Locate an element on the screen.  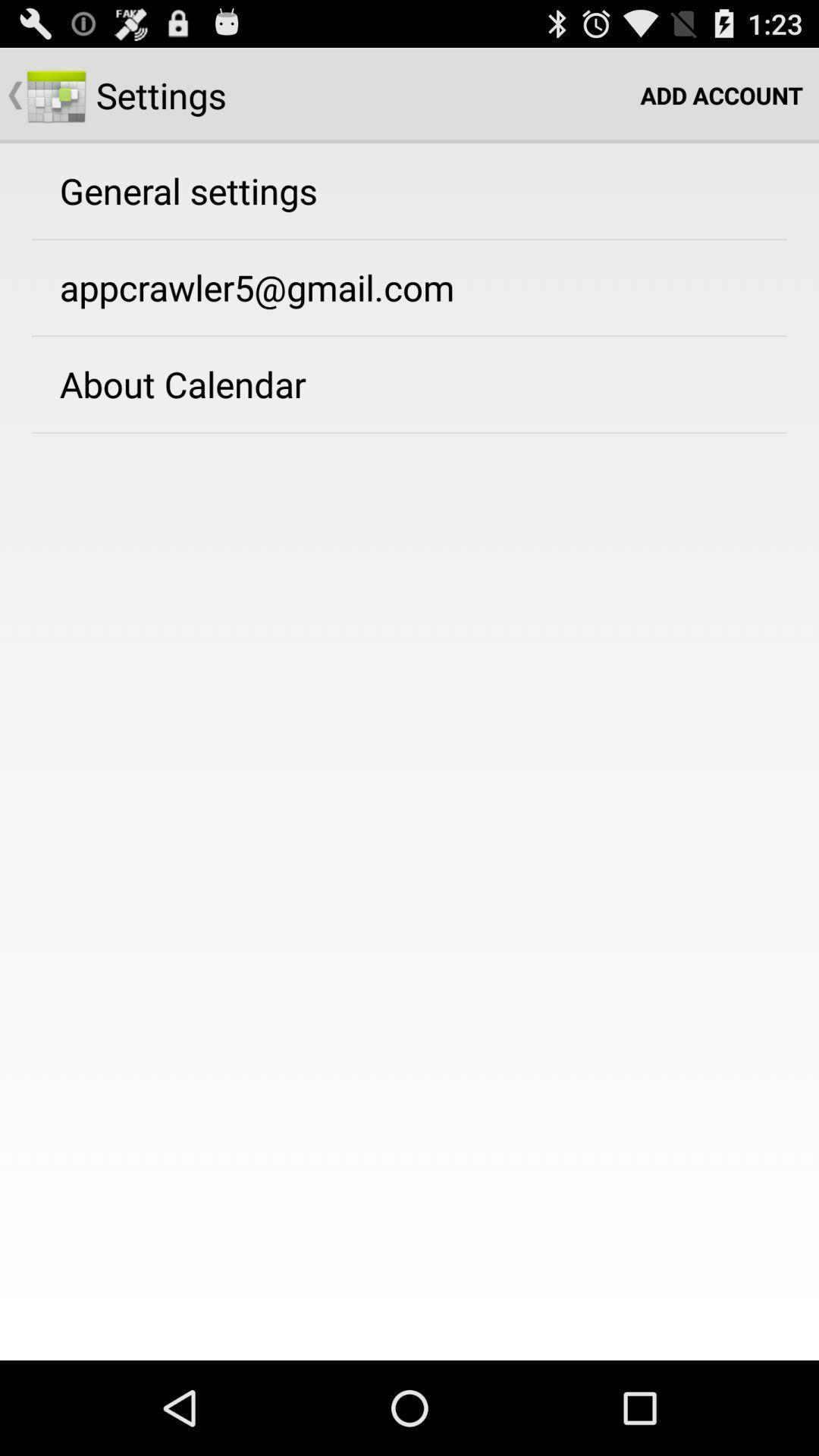
item next to the settings item is located at coordinates (720, 94).